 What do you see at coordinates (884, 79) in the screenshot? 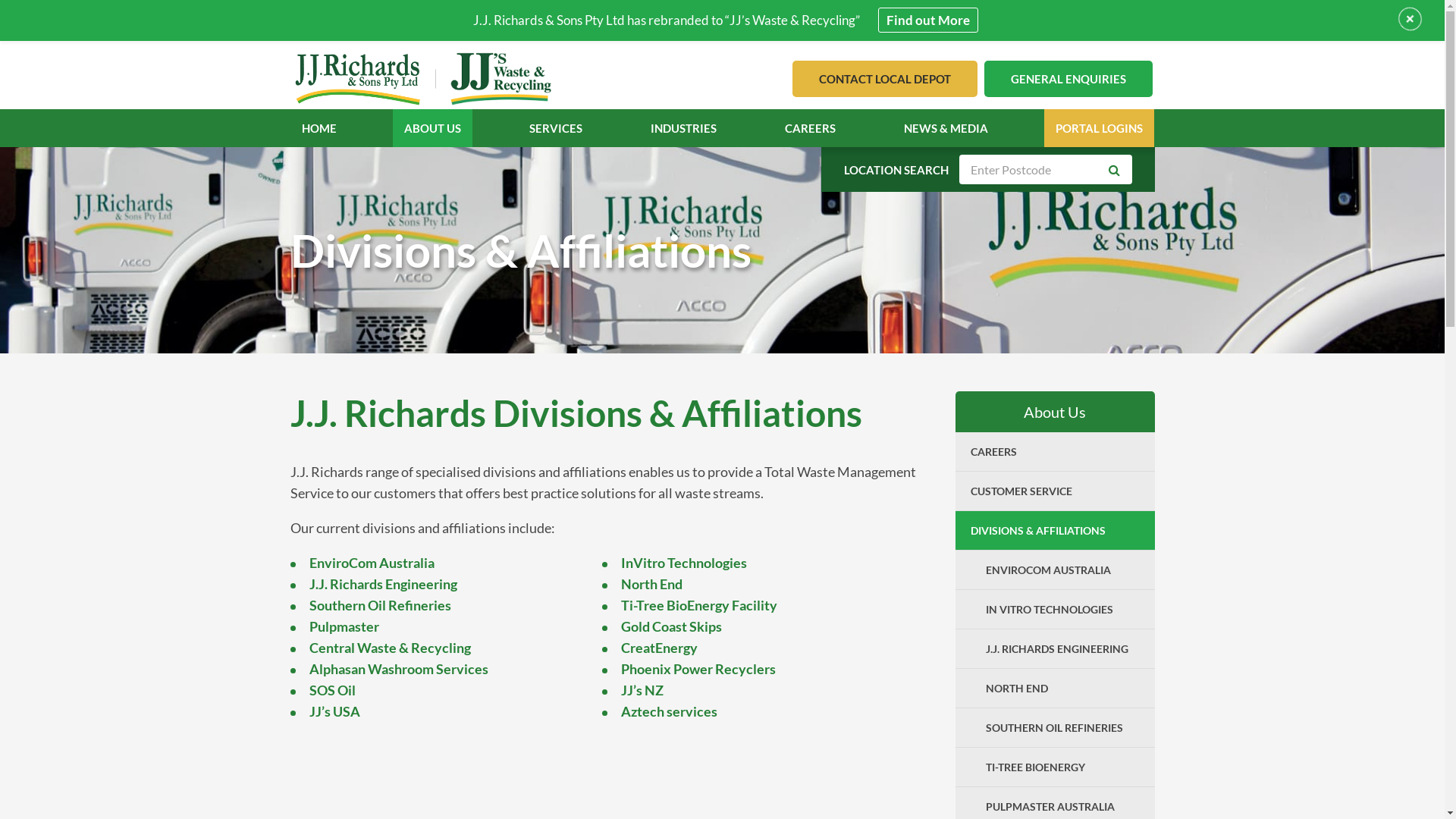
I see `'CONTACT LOCAL DEPOT'` at bounding box center [884, 79].